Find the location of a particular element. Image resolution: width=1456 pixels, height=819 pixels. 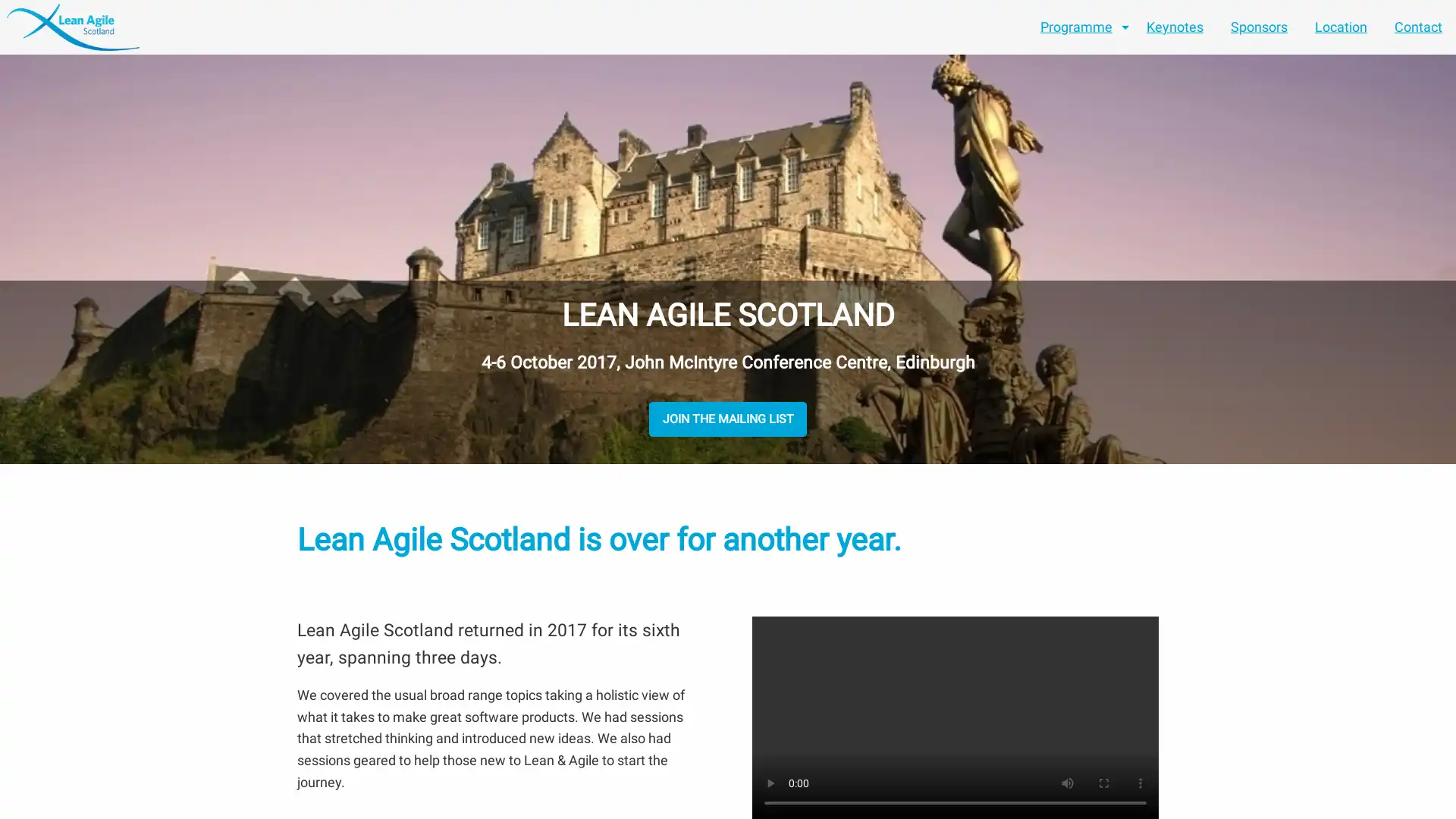

enter full screen is located at coordinates (1103, 783).